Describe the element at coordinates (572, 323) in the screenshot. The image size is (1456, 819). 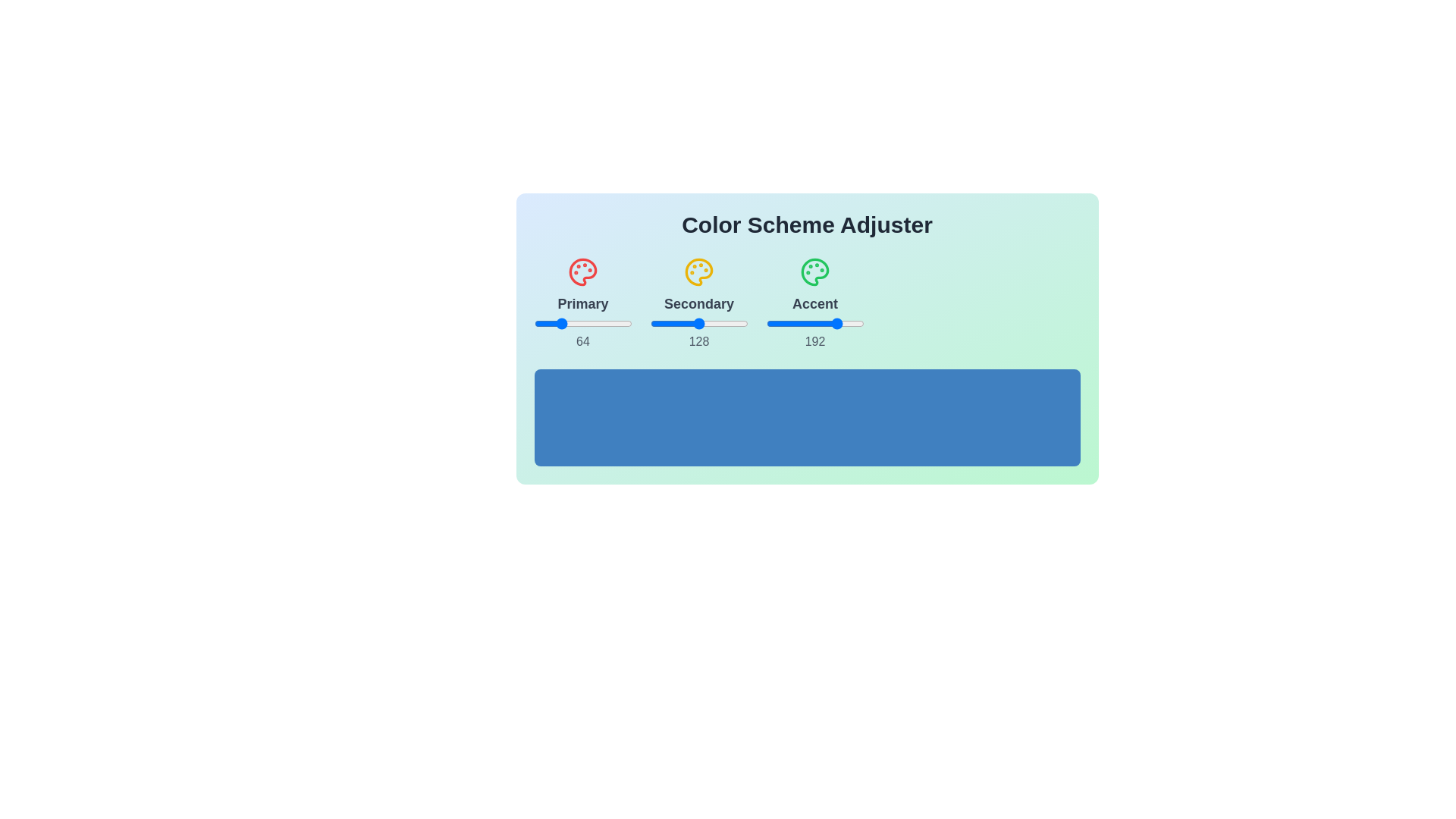
I see `the 1 slider to 100` at that location.